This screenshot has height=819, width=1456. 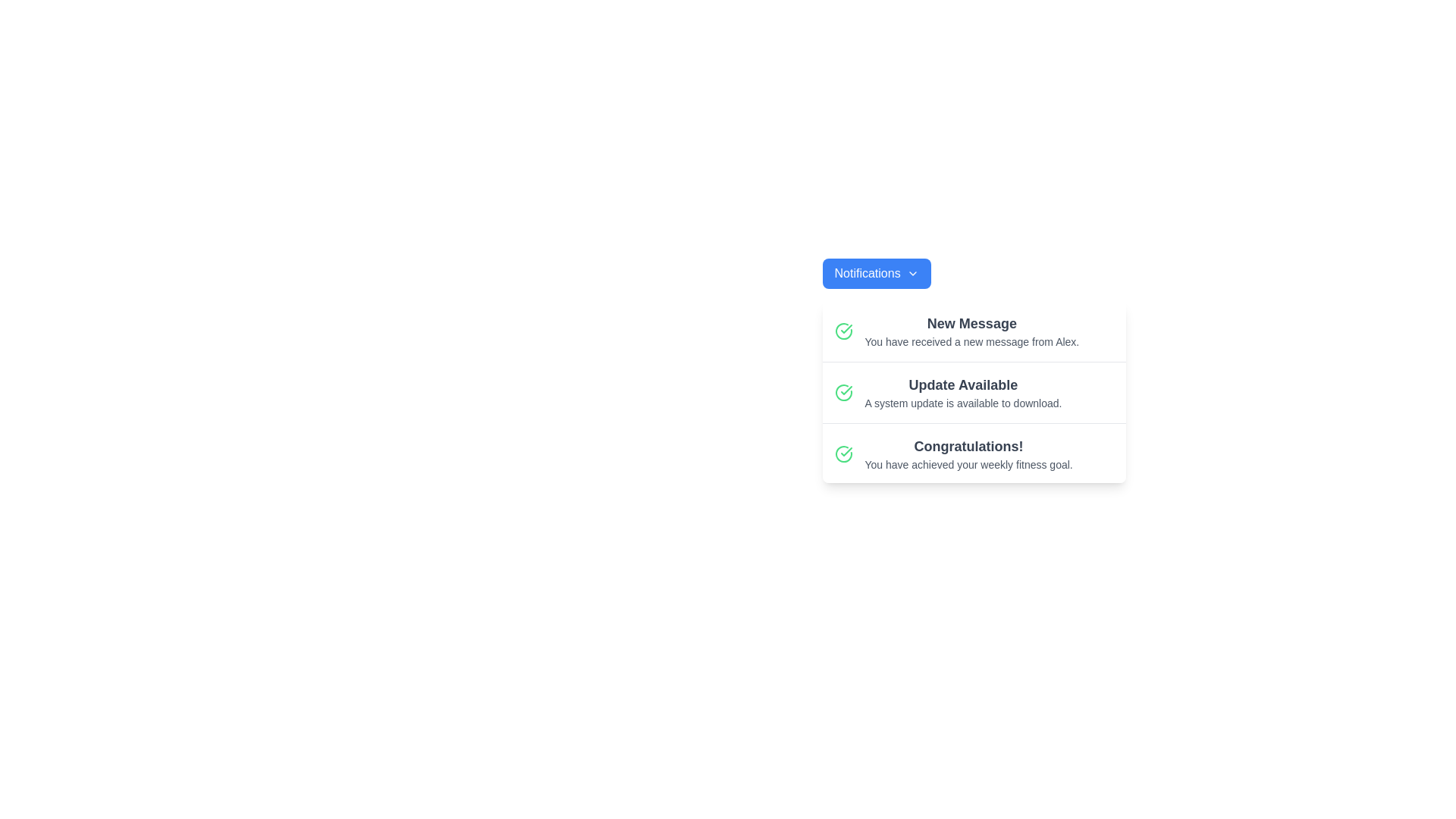 I want to click on the static text label providing additional information about the 'Update Available' notification, which is located in the notification panel below the title and between other notifications, so click(x=962, y=403).